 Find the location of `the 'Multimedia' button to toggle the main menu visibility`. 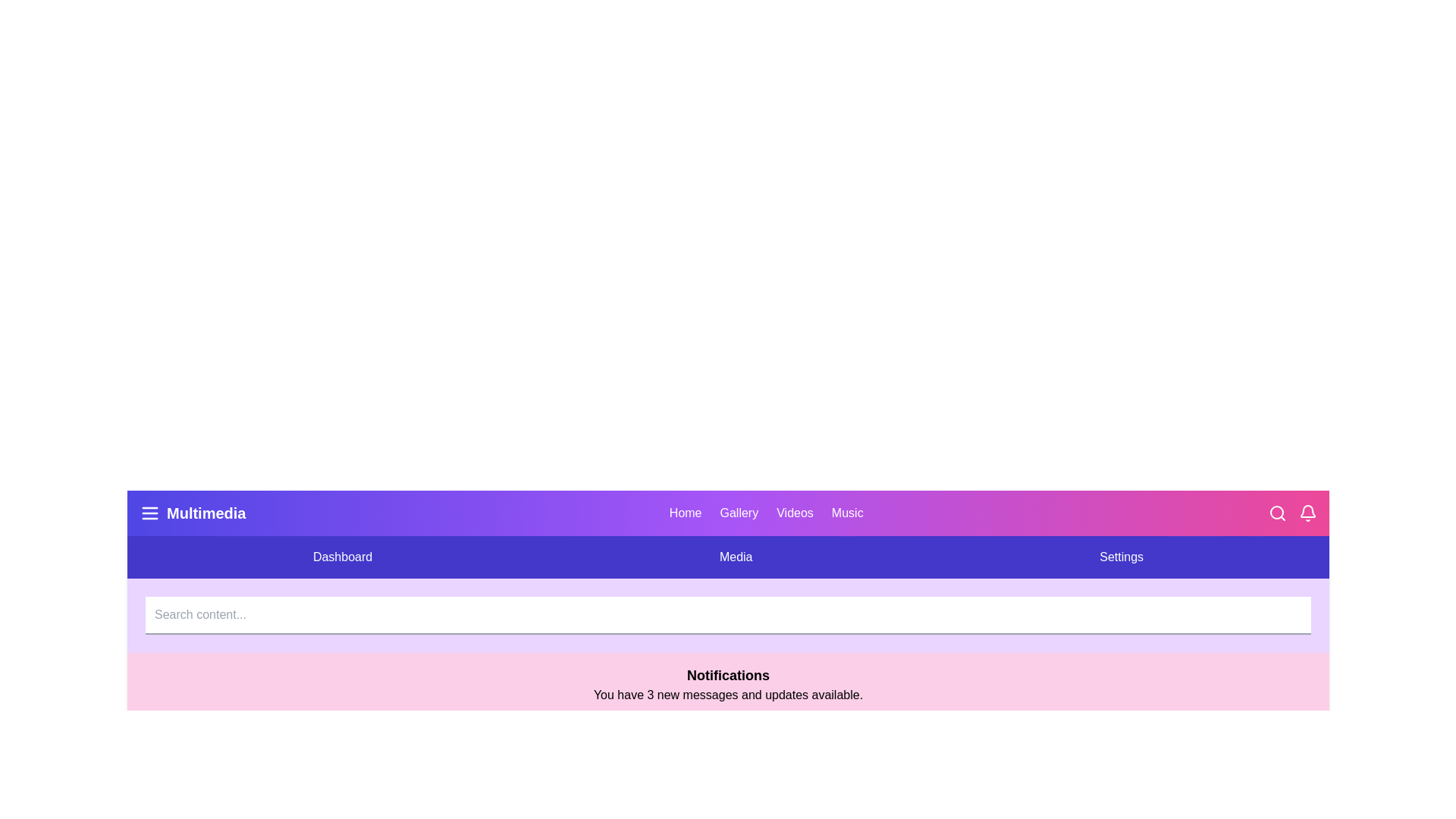

the 'Multimedia' button to toggle the main menu visibility is located at coordinates (192, 513).